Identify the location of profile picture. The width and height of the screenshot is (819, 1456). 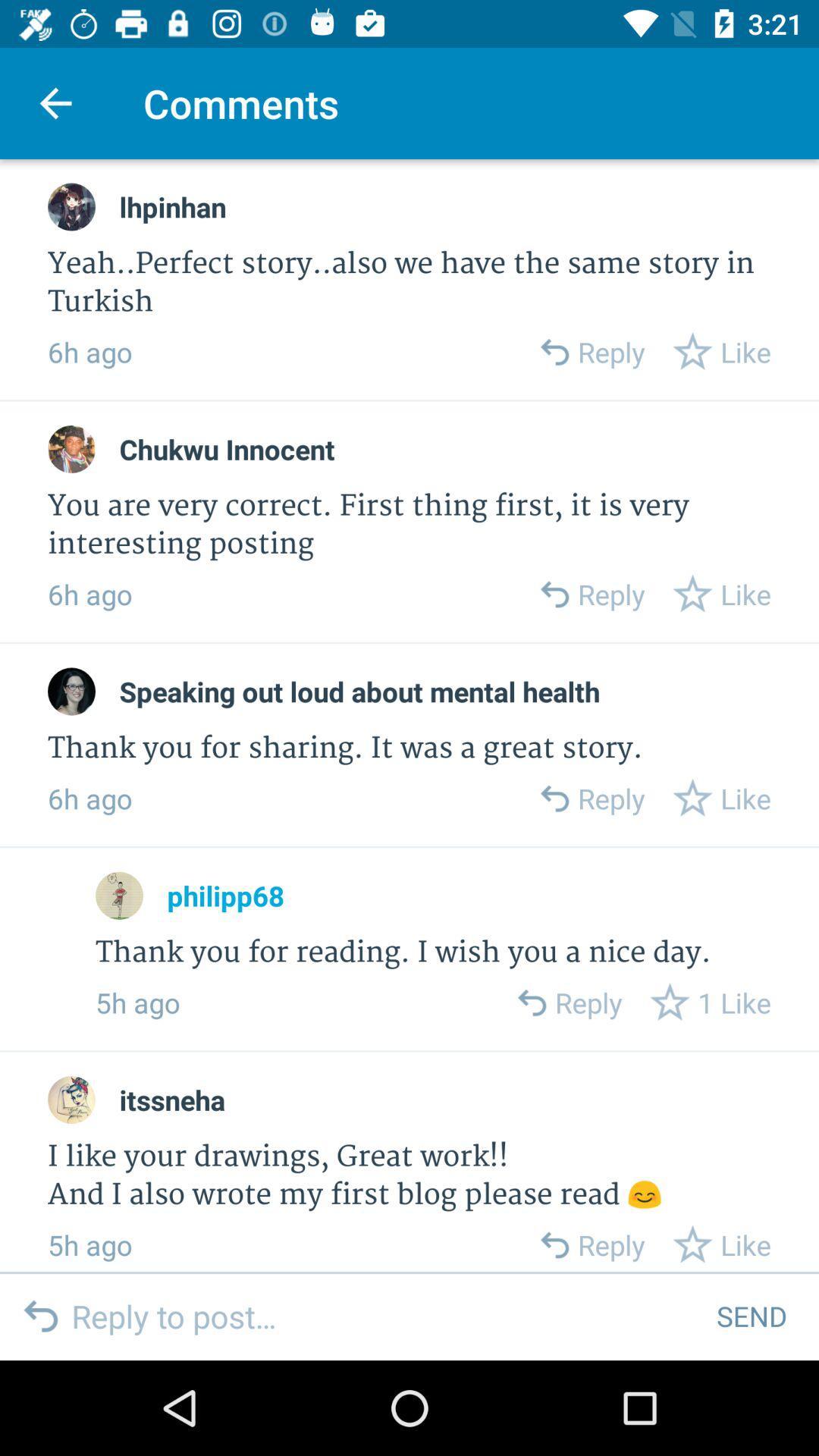
(71, 691).